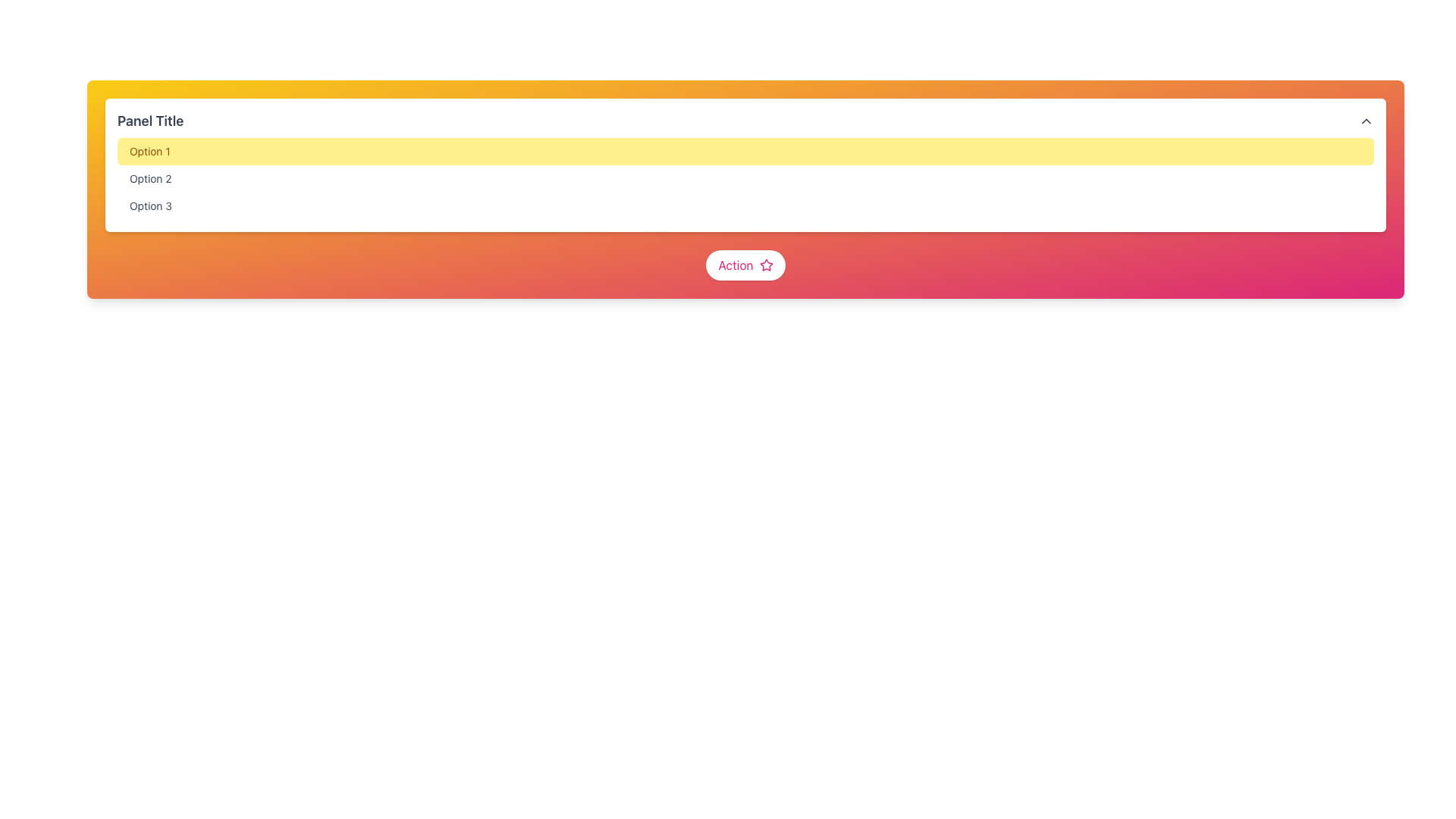 This screenshot has height=819, width=1456. Describe the element at coordinates (745, 265) in the screenshot. I see `the rounded-full button with a white background and pink text labeled 'Action', which also features a pink outline of a star icon` at that location.